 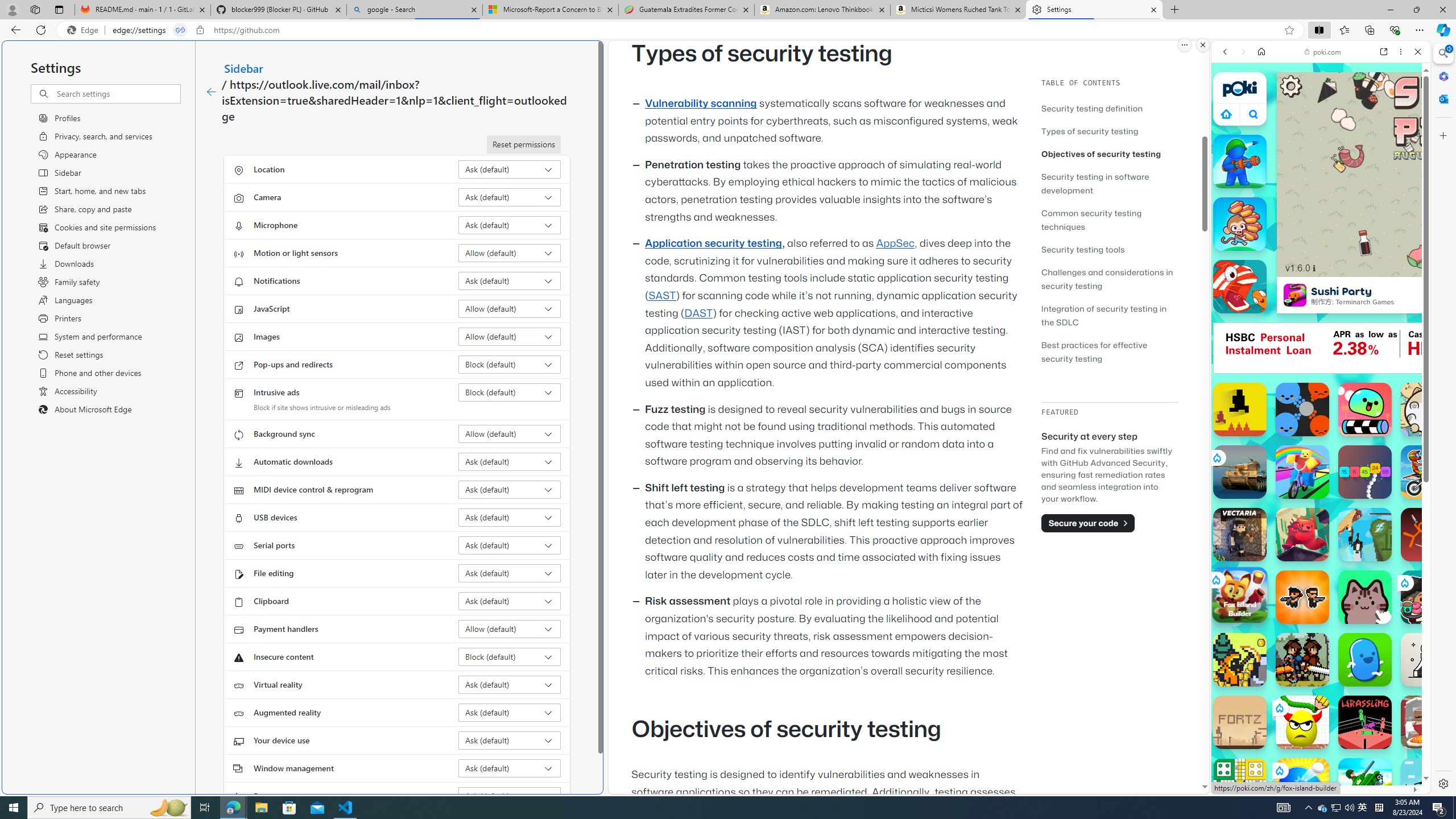 What do you see at coordinates (510, 628) in the screenshot?
I see `'Payment handlers Allow (default)'` at bounding box center [510, 628].